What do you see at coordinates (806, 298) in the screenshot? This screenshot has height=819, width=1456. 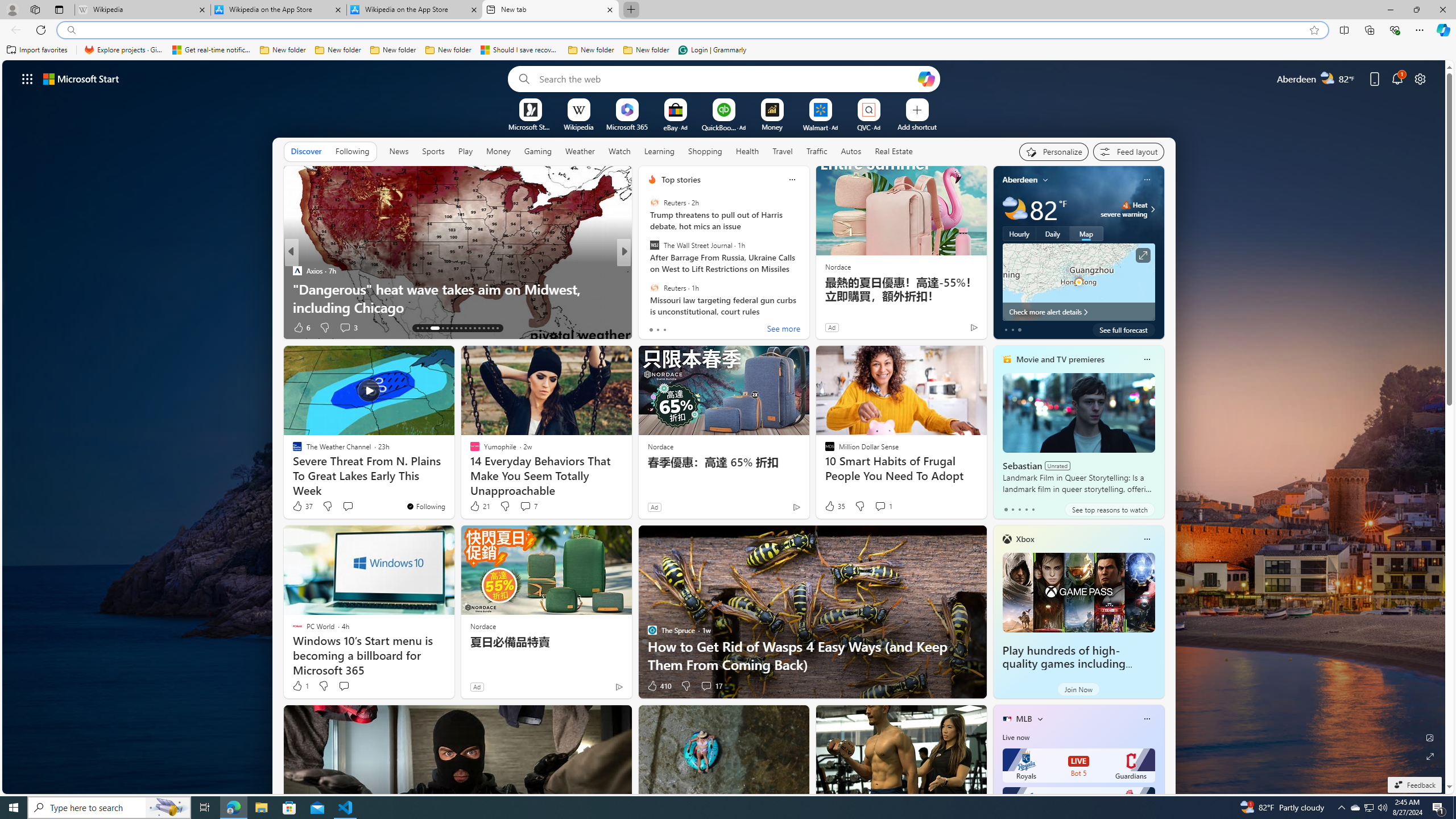 I see `'19 Famous Movie Lines You'` at bounding box center [806, 298].